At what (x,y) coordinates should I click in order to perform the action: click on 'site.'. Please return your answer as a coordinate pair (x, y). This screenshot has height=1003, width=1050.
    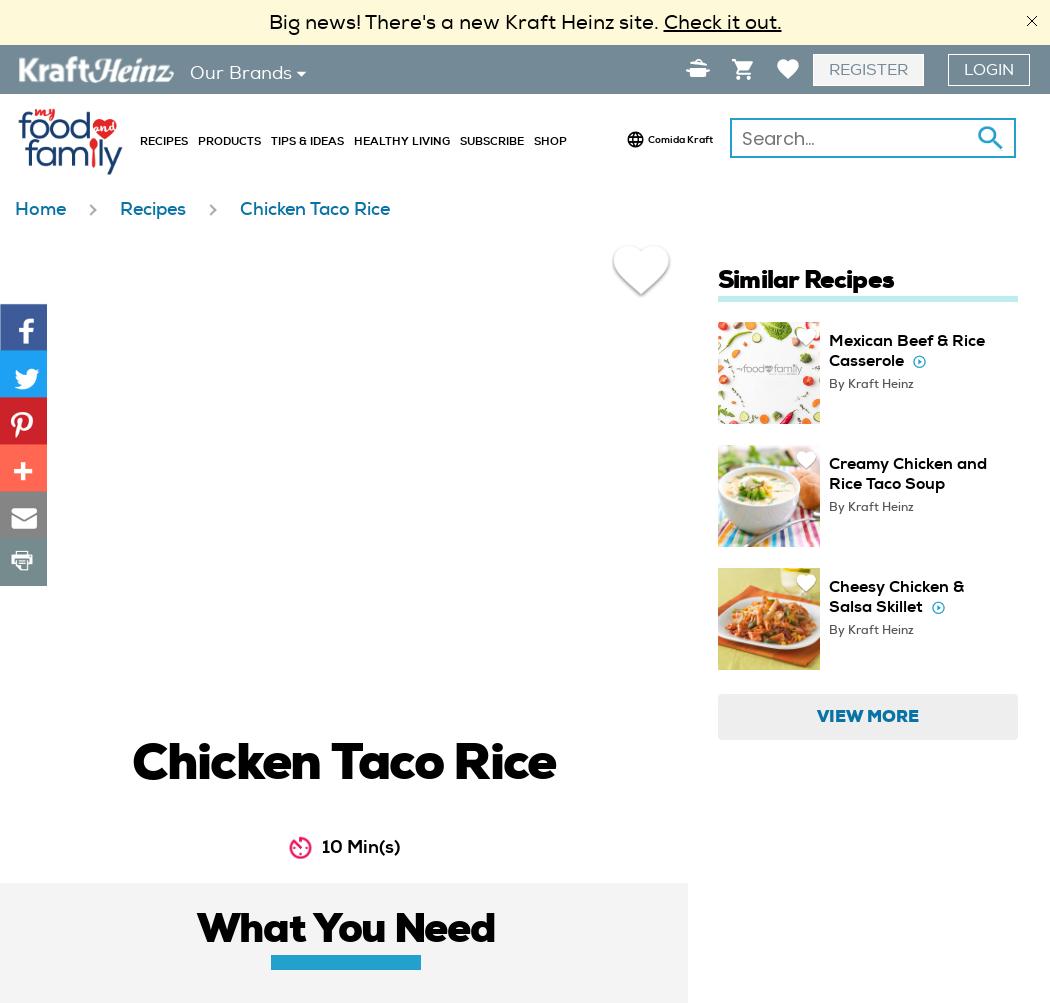
    Looking at the image, I should click on (637, 22).